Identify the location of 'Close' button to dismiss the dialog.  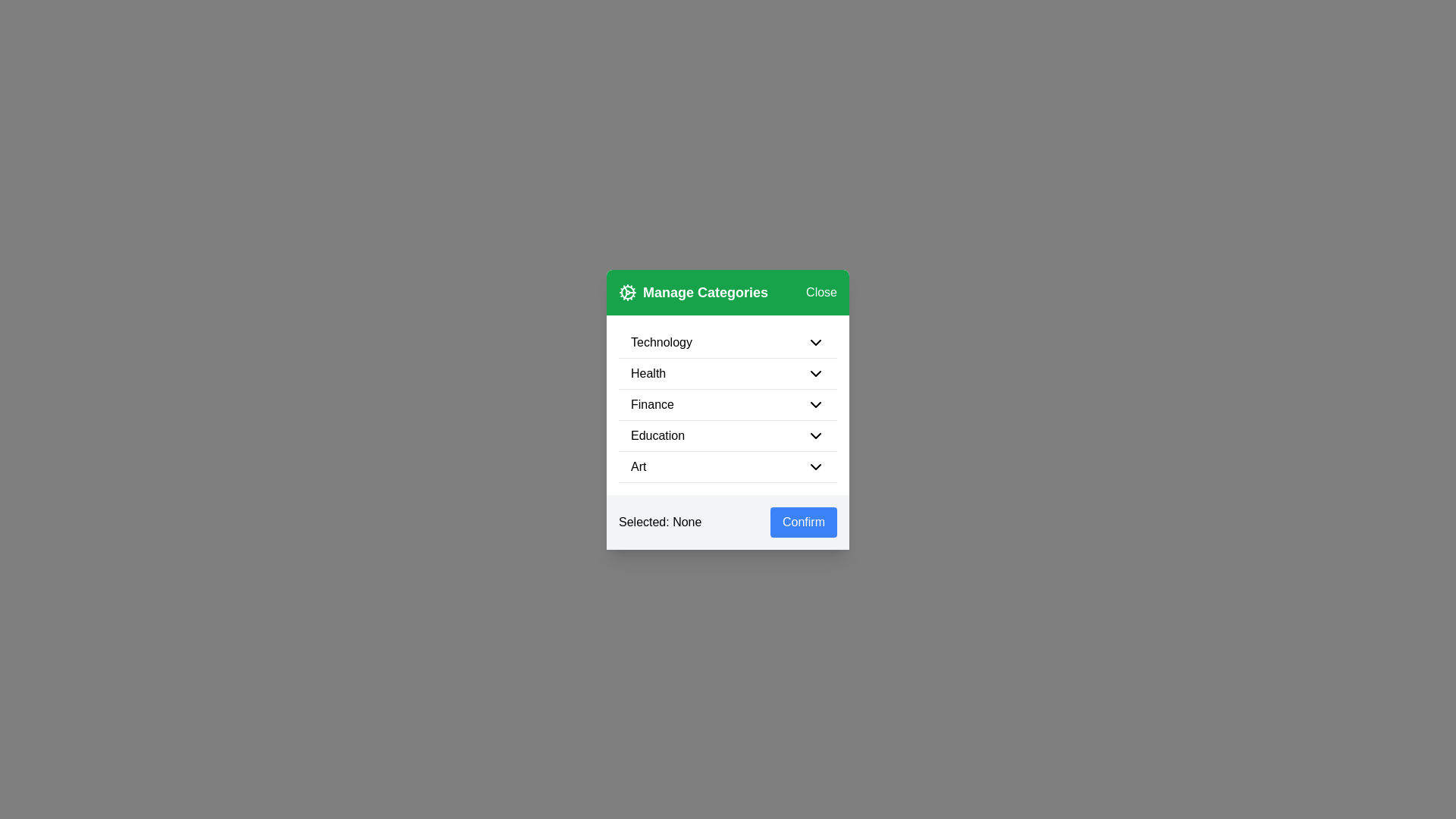
(821, 292).